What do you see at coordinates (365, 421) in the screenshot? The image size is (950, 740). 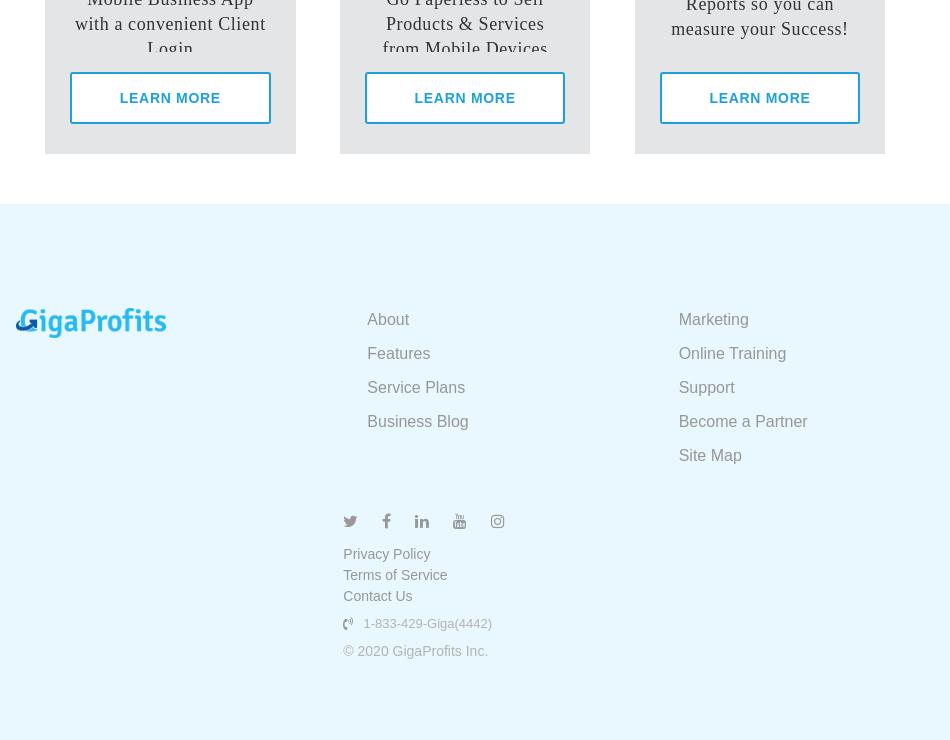 I see `'Business Blog'` at bounding box center [365, 421].